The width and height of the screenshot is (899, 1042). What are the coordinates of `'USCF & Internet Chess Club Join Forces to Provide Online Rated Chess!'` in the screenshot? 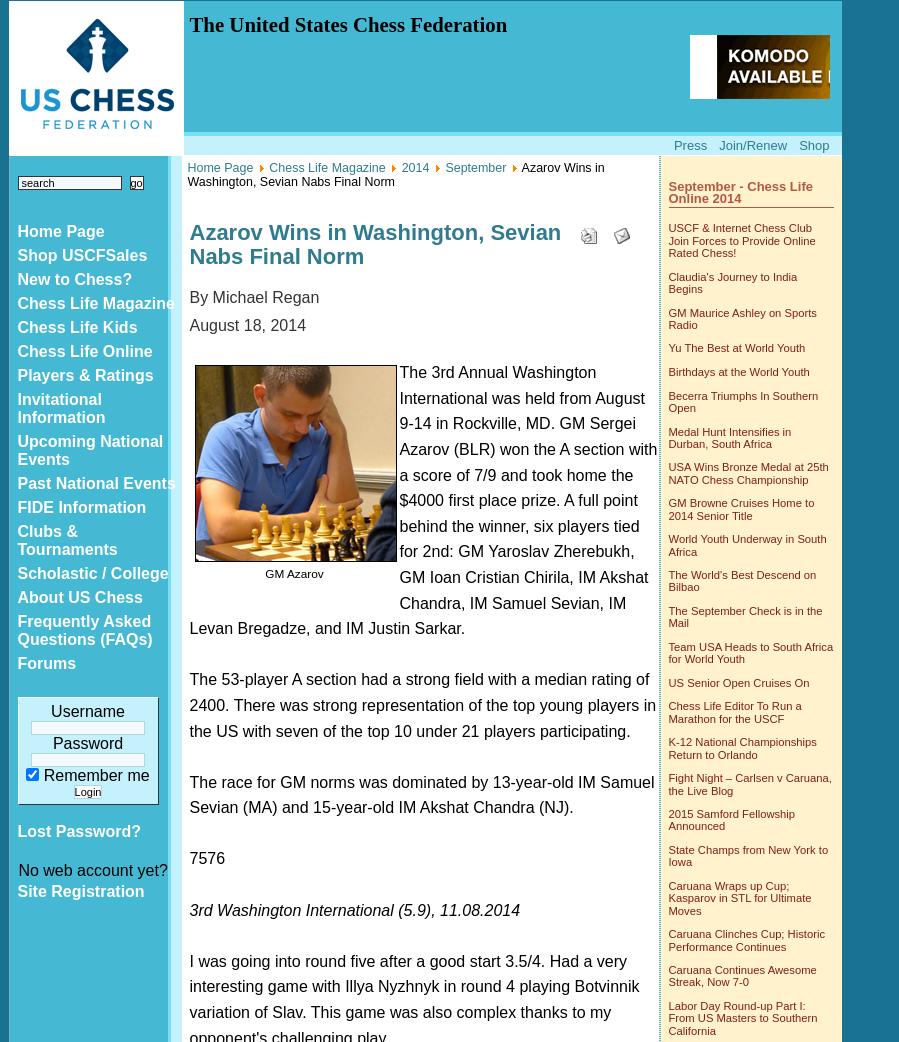 It's located at (740, 239).